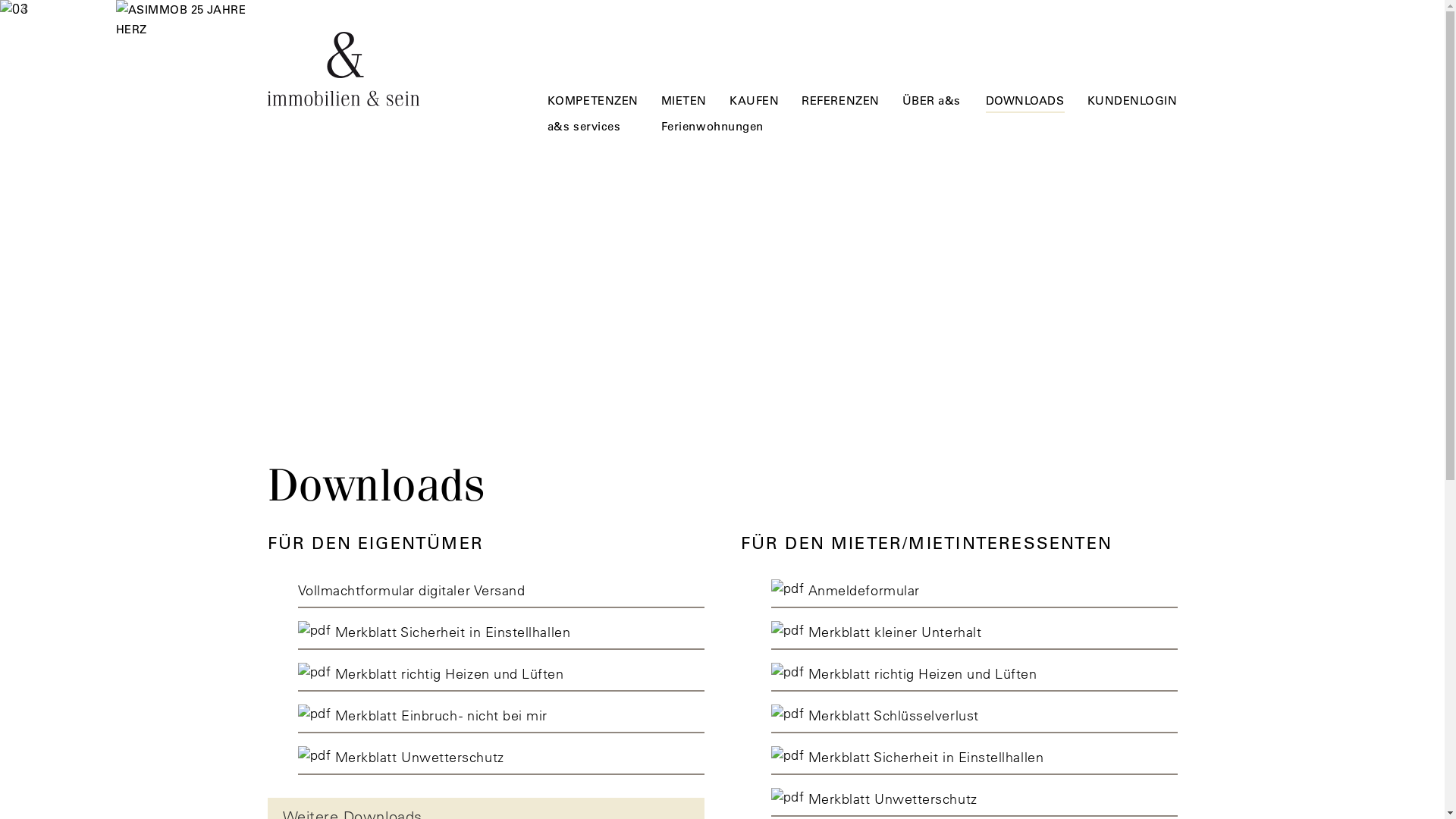  I want to click on 'KAUFEN', so click(754, 102).